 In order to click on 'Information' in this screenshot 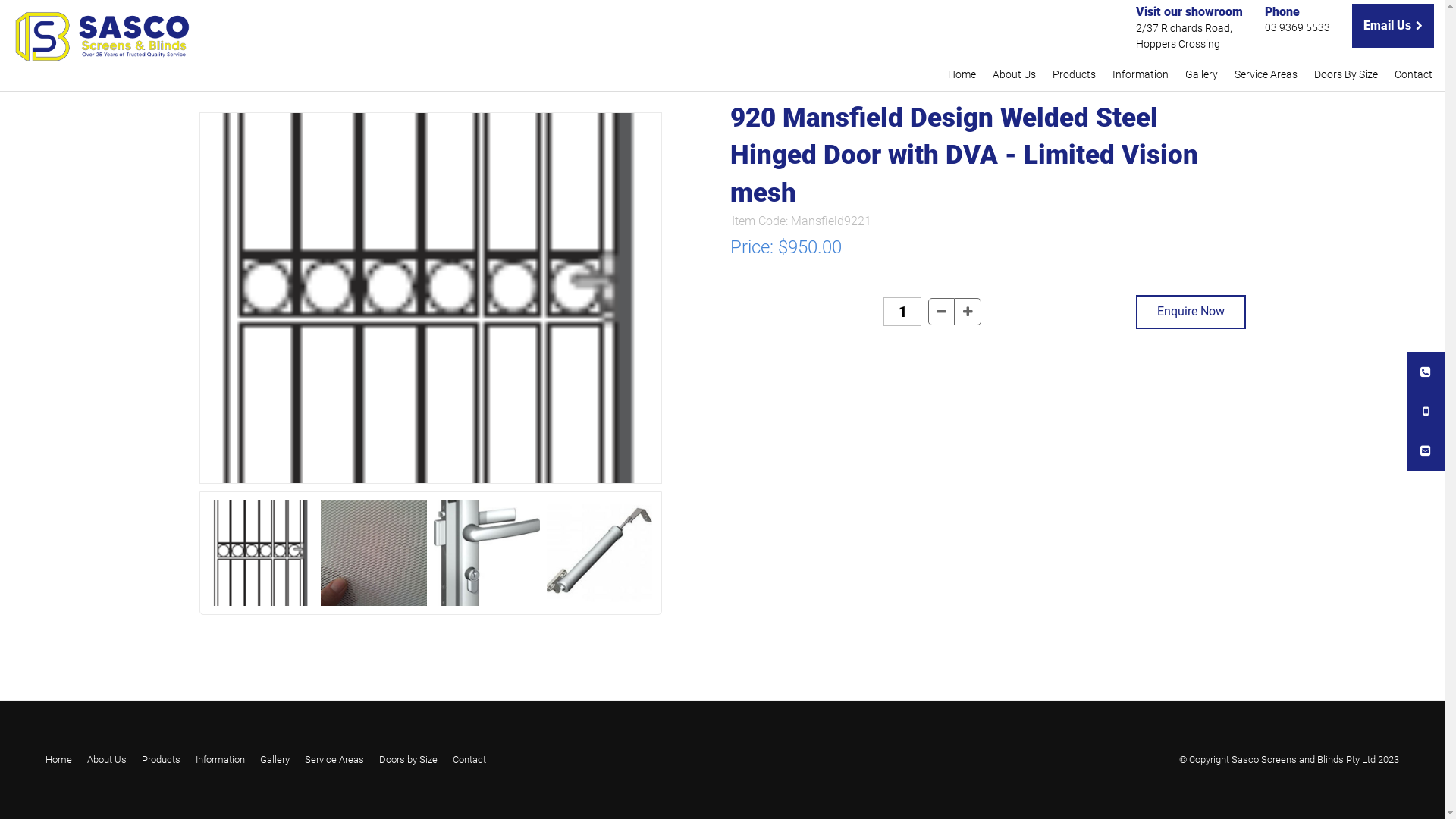, I will do `click(187, 760)`.